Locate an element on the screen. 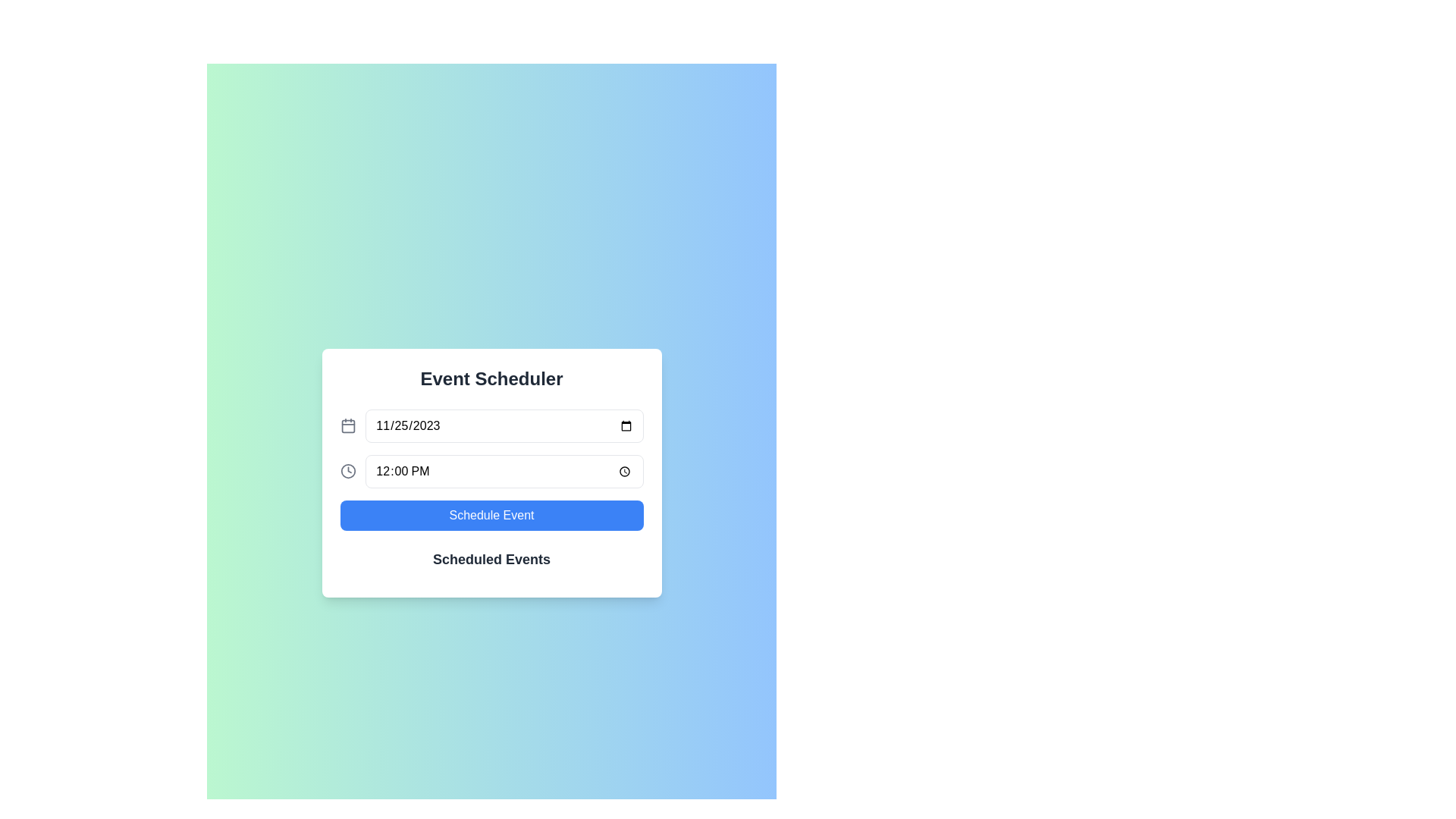 This screenshot has width=1456, height=819. the 'Event Scheduler' text label, which is a bold, dark gray header located at the top of a form-like interface is located at coordinates (491, 378).